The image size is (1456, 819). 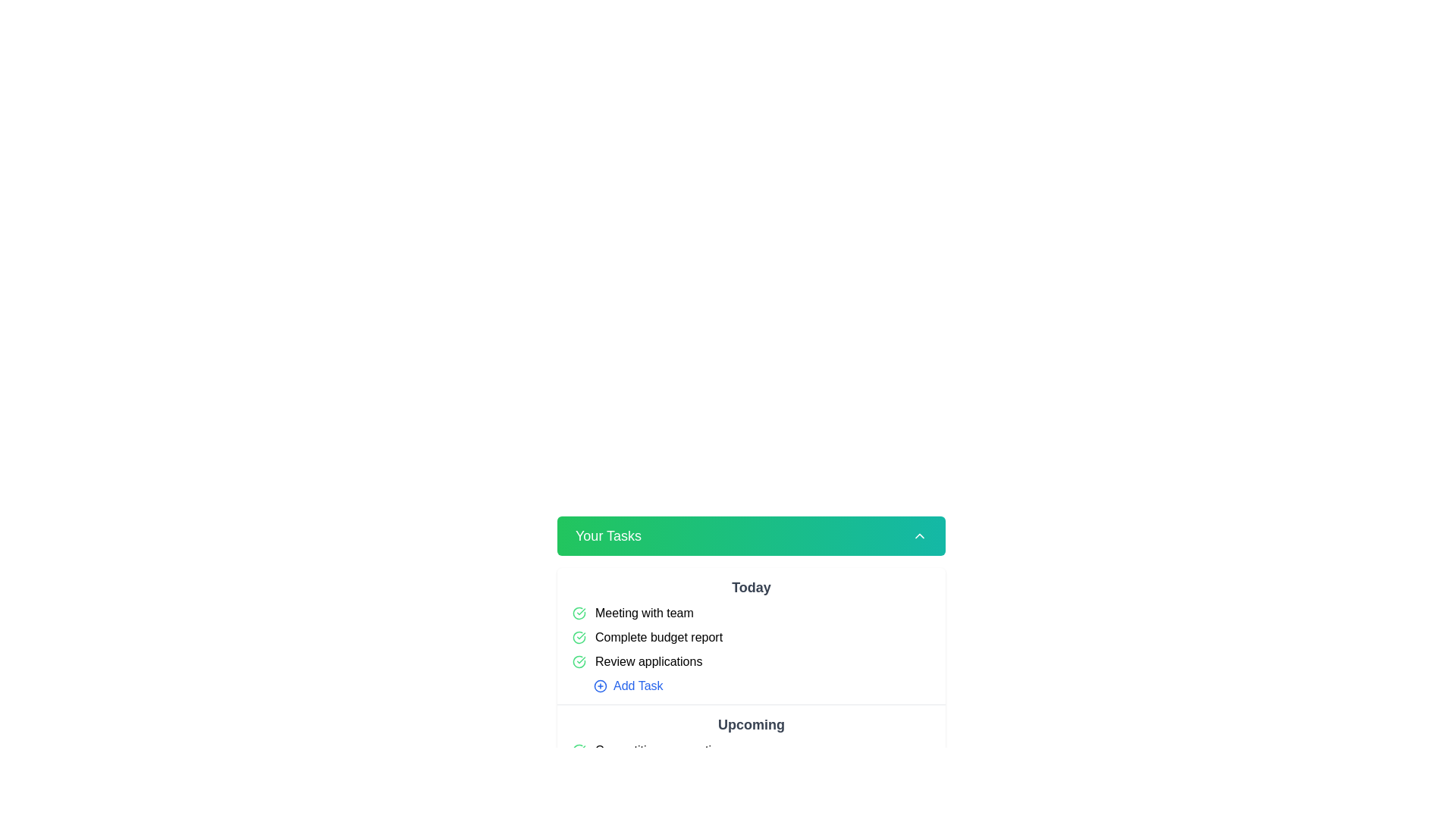 What do you see at coordinates (578, 661) in the screenshot?
I see `the Status indicator icon for the 'Review applications' task, located at the far left of the text in the 'Today' section under 'Your Tasks'` at bounding box center [578, 661].